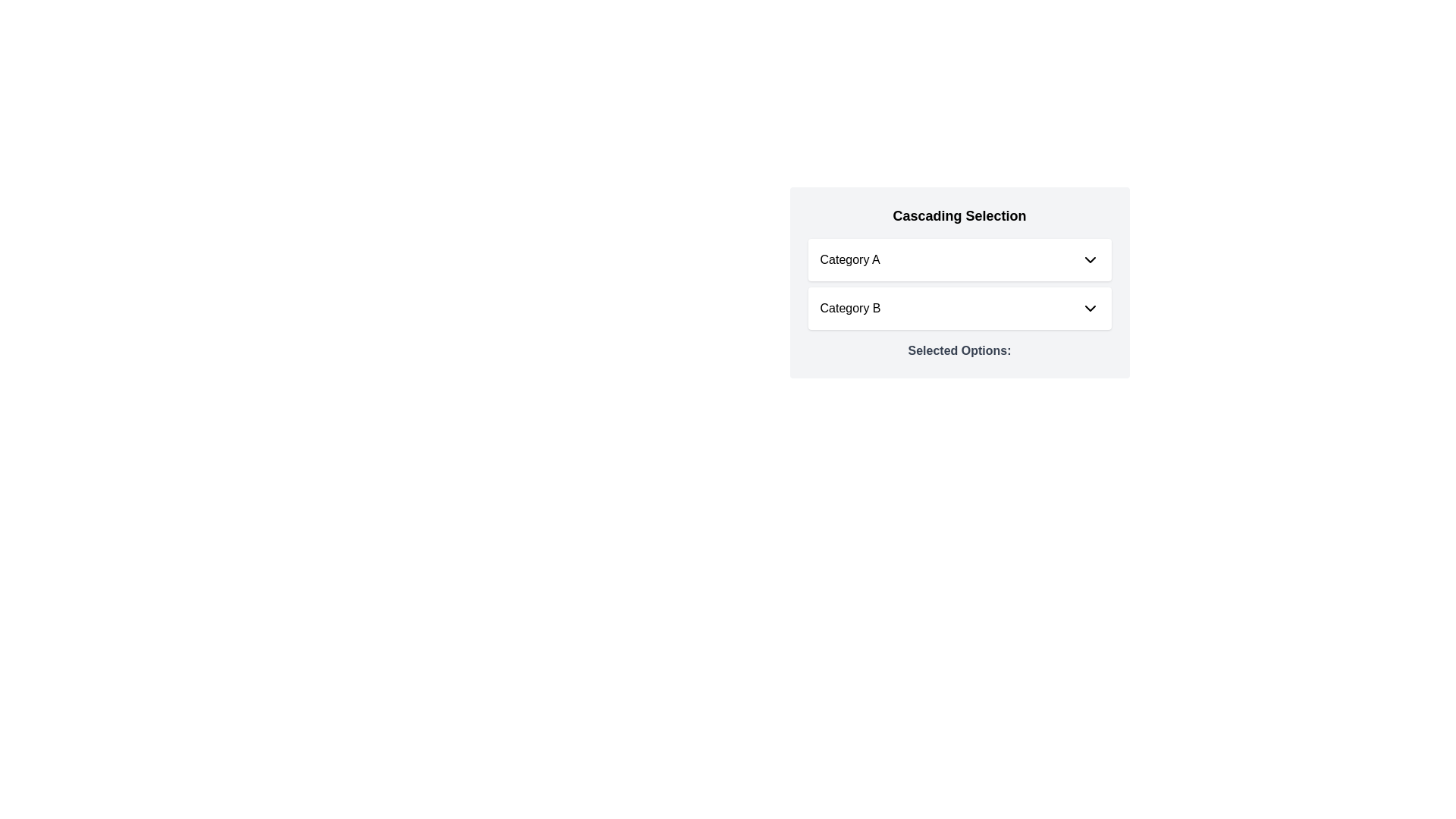 The image size is (1456, 819). What do you see at coordinates (959, 350) in the screenshot?
I see `the static text label indicating the content related to the user's selected options, located within the 'Cascading Selection' panel, positioned below the dropdown lists 'Category A' and 'Category B'` at bounding box center [959, 350].